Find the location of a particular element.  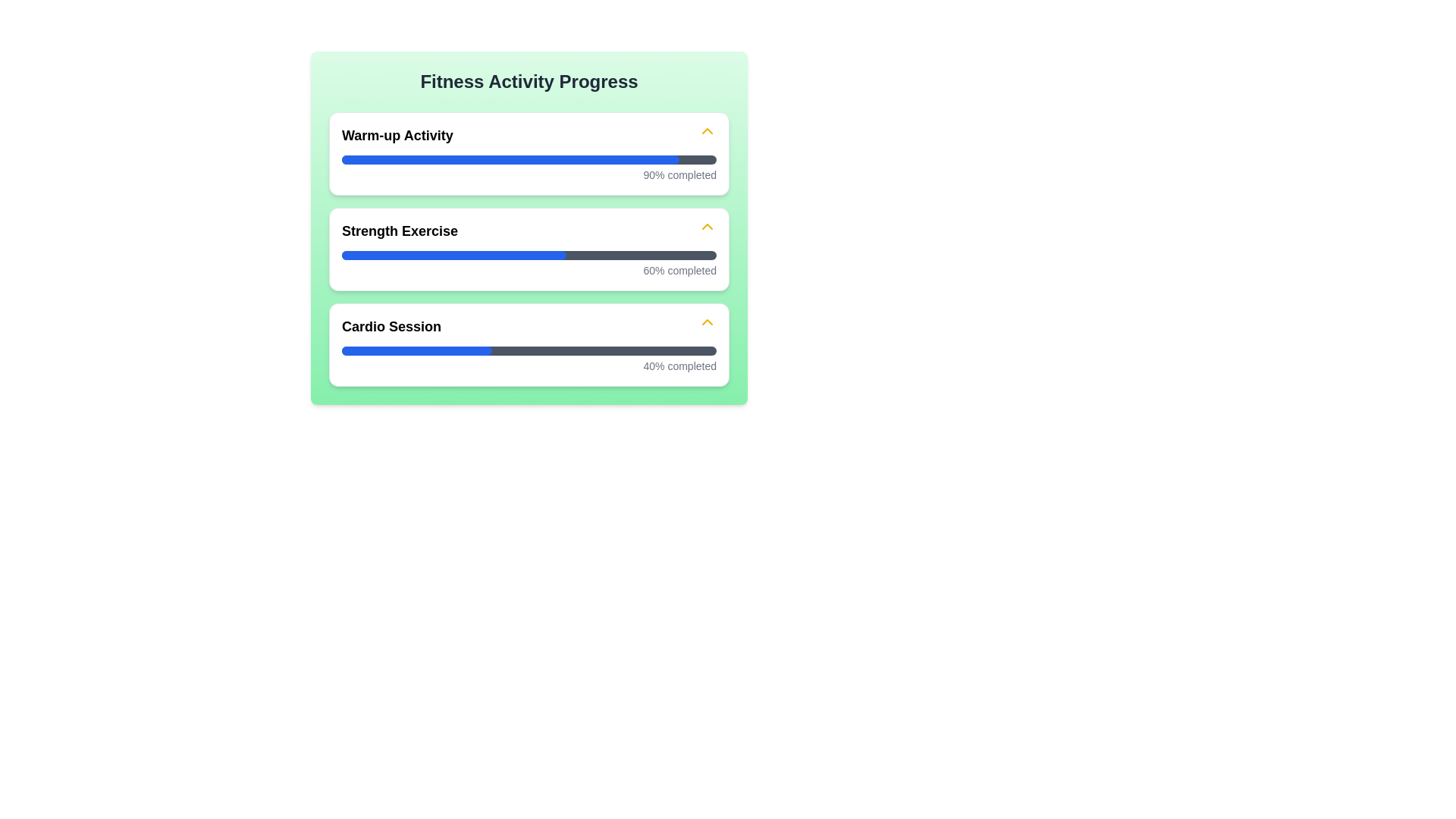

the progress bar indicating 60% completion of the 'Strength Exercise' activity is located at coordinates (529, 254).